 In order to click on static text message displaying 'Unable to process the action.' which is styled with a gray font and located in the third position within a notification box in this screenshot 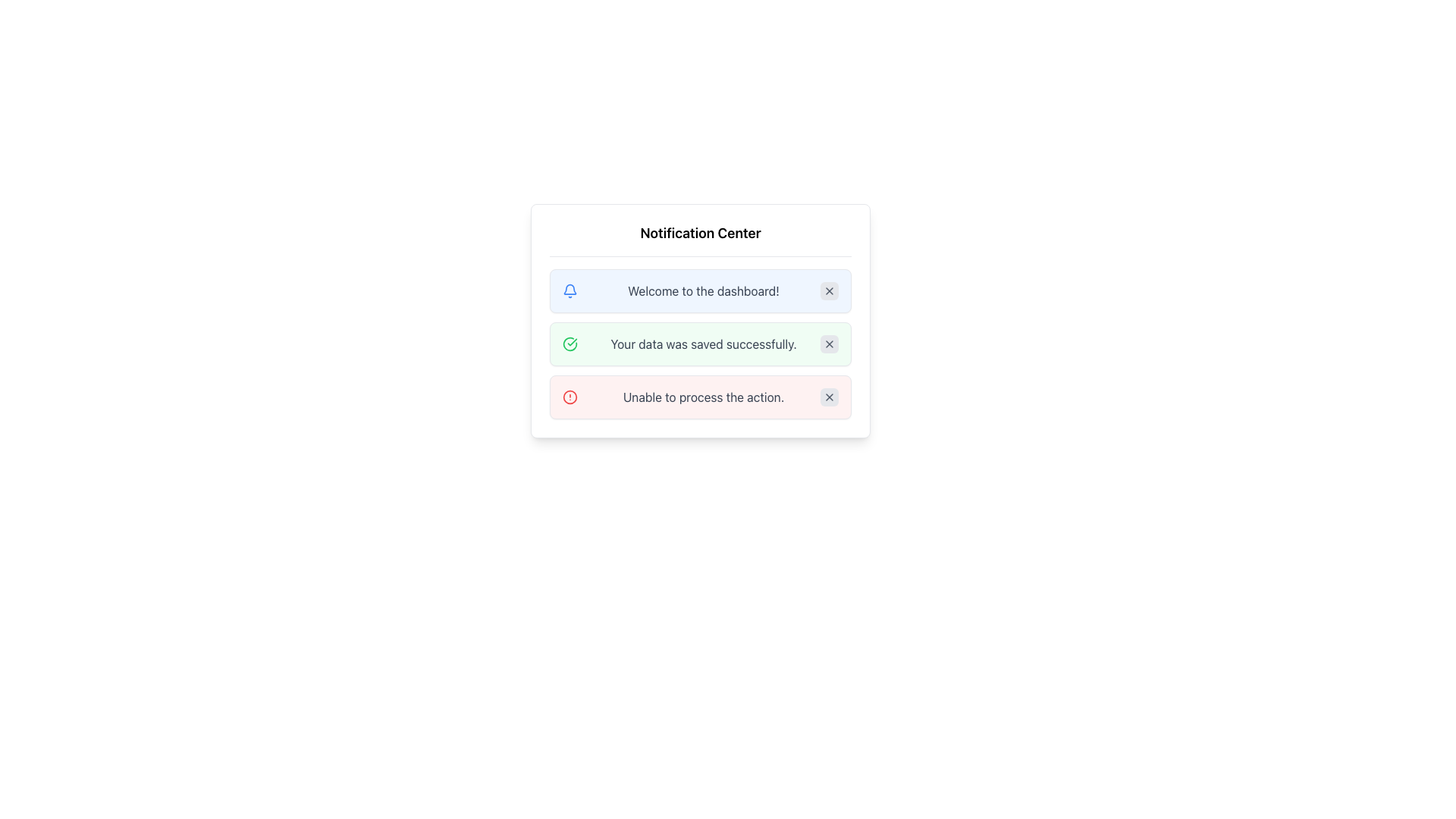, I will do `click(702, 397)`.